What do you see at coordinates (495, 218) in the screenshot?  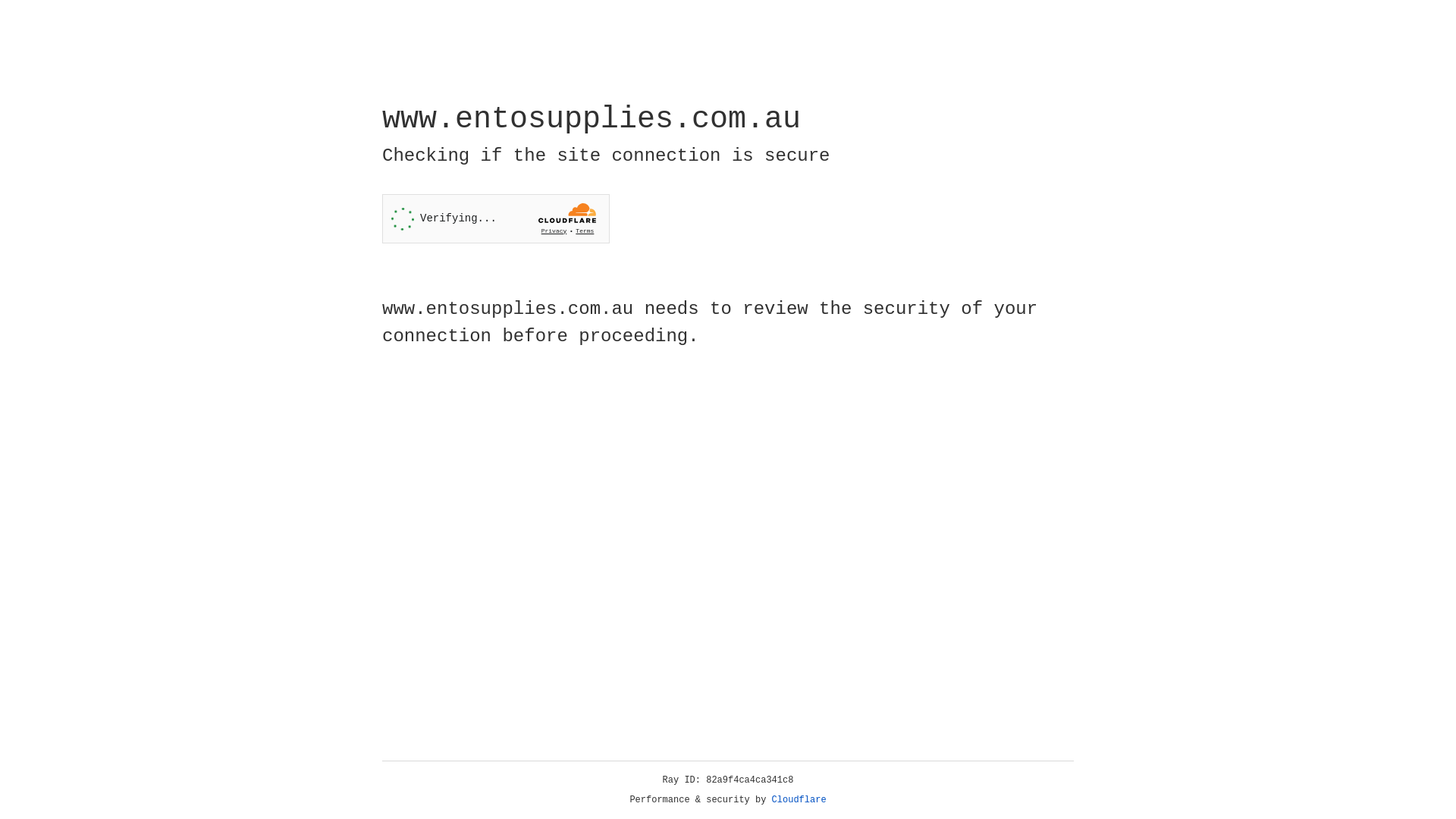 I see `'Widget containing a Cloudflare security challenge'` at bounding box center [495, 218].